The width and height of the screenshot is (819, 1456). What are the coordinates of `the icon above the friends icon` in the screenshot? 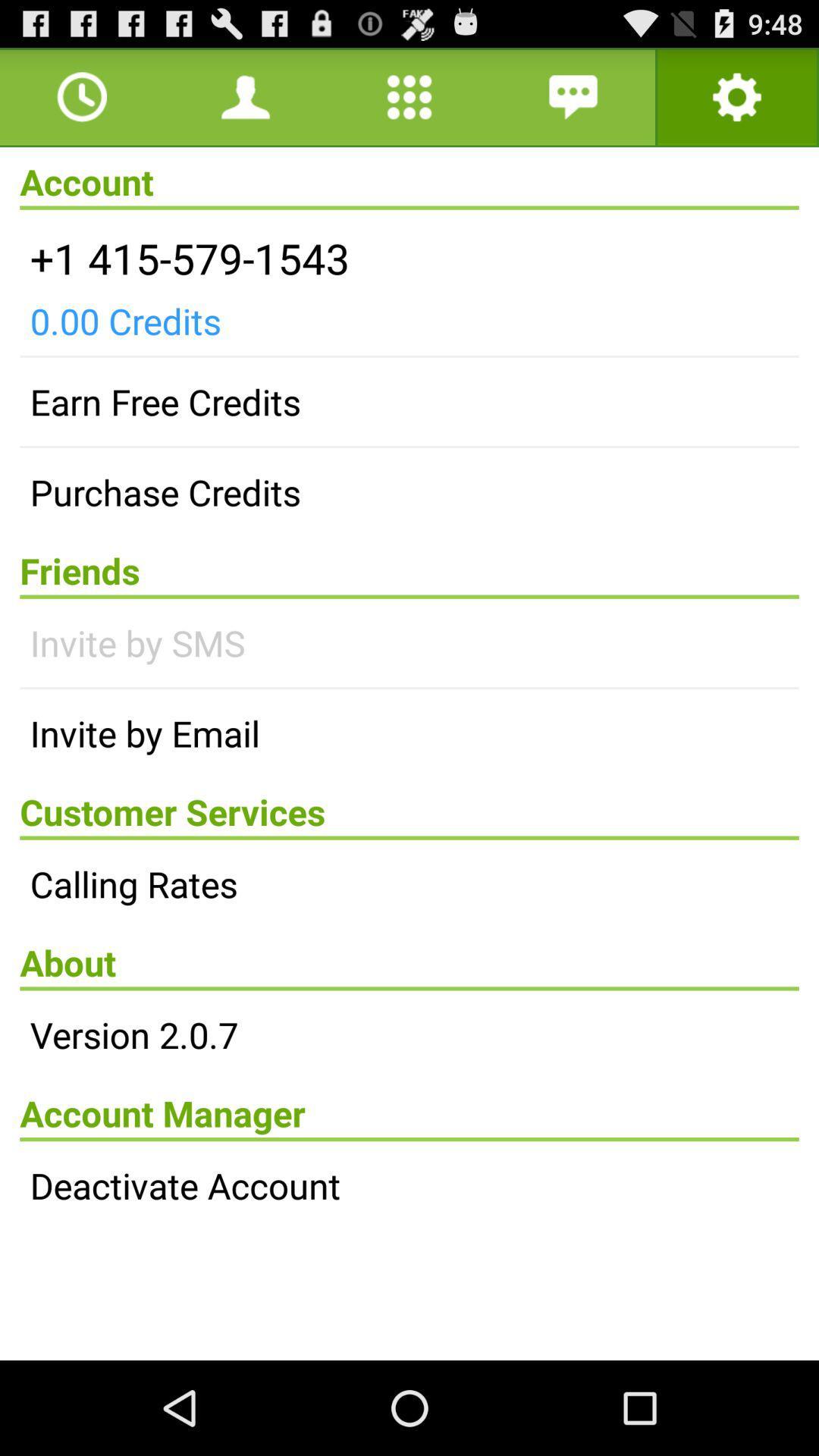 It's located at (409, 492).